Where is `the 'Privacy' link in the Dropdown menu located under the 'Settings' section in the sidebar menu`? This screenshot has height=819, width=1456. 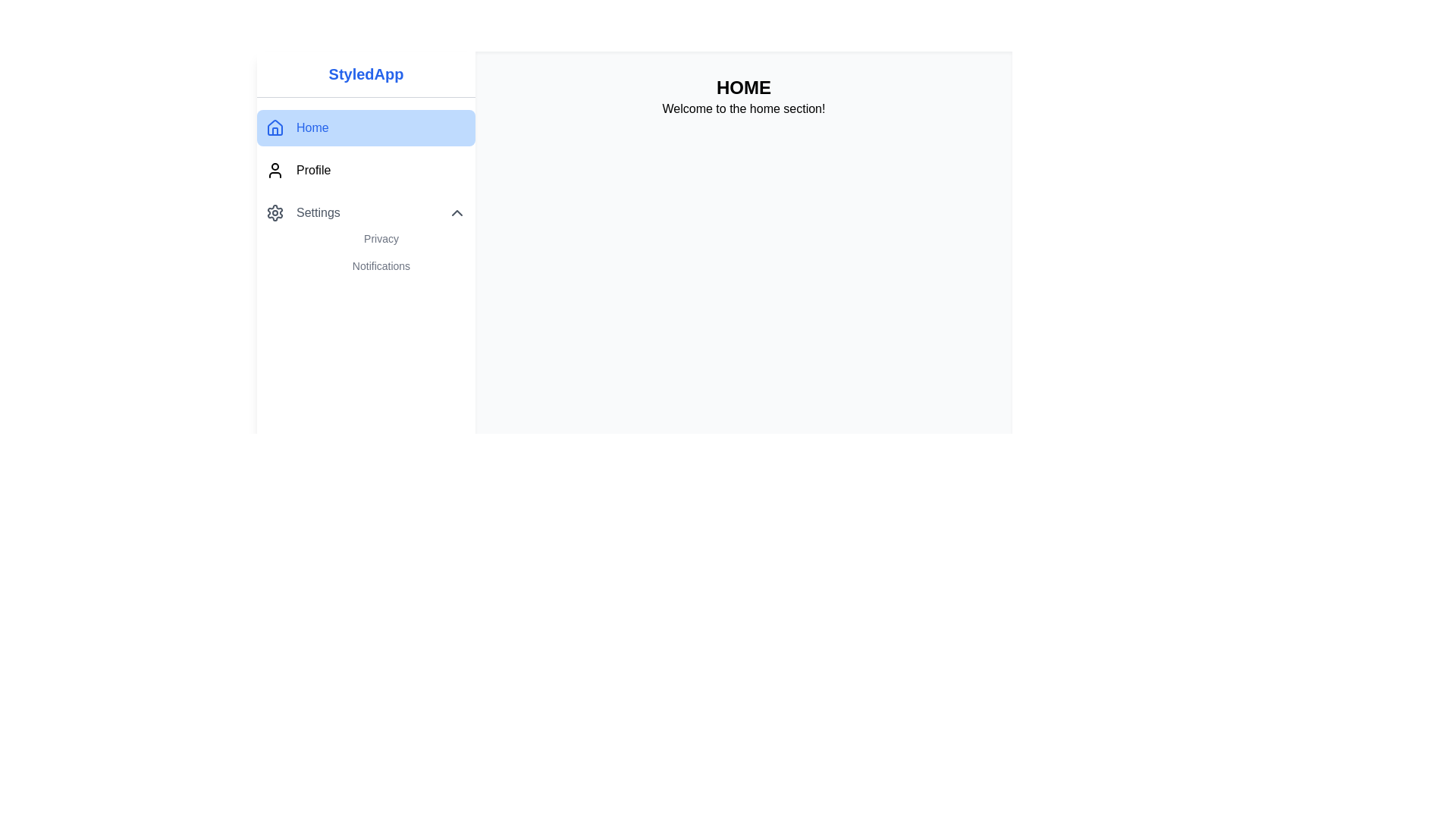 the 'Privacy' link in the Dropdown menu located under the 'Settings' section in the sidebar menu is located at coordinates (366, 239).